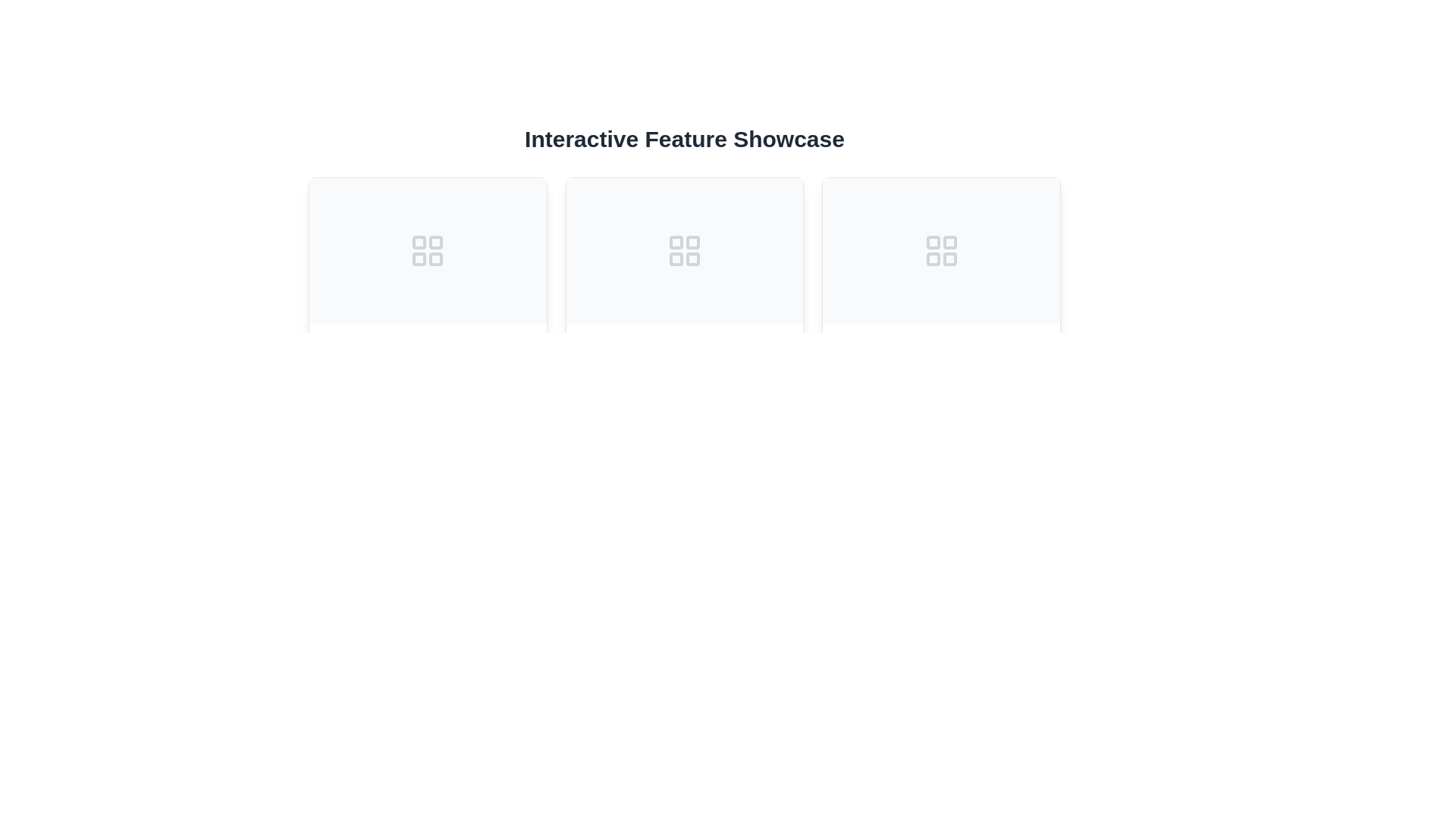 This screenshot has width=1456, height=819. I want to click on the top-left square of the grid icon, which is part of the interactive feature showcase, so click(676, 242).